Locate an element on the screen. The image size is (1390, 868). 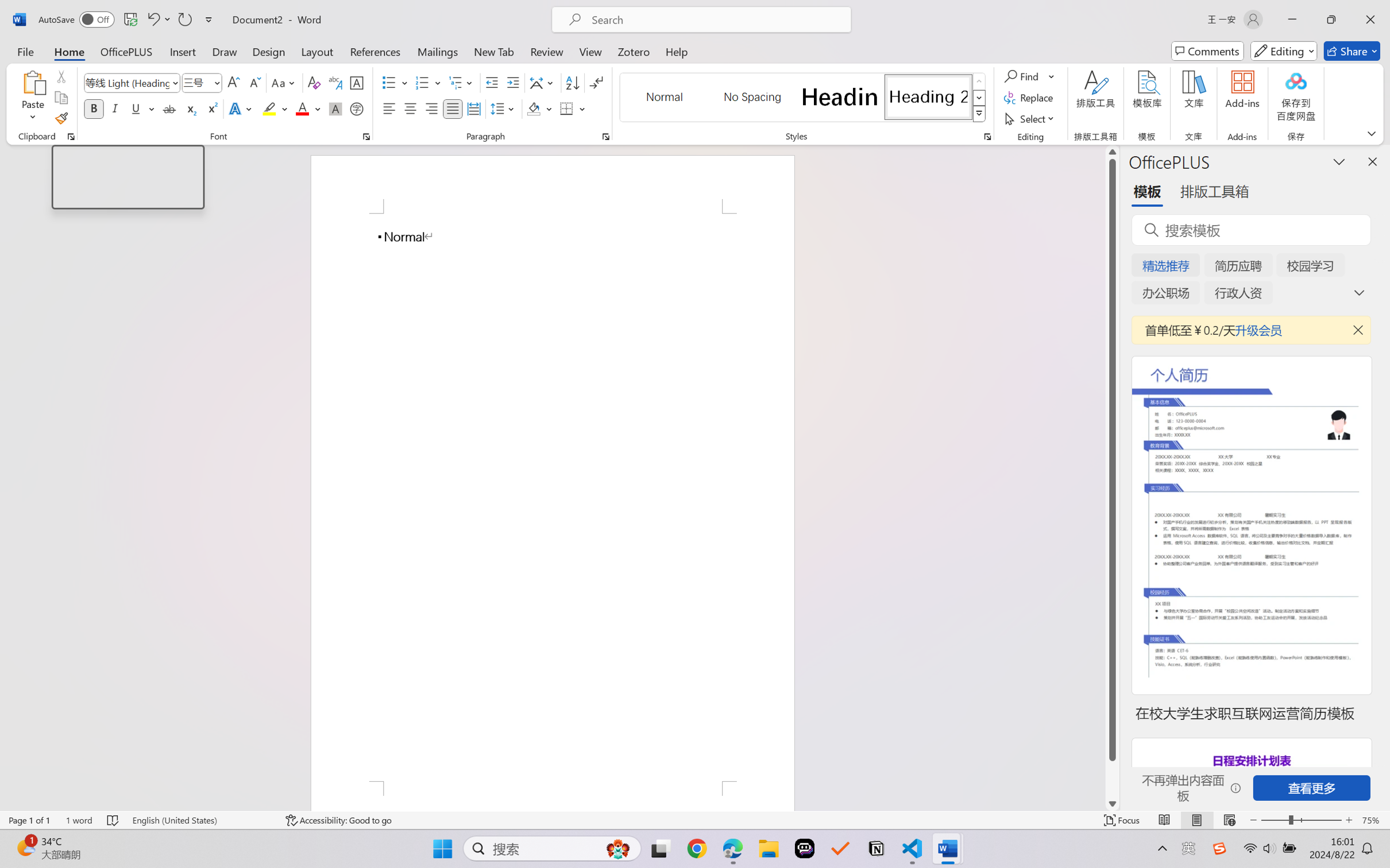
'Zoom In' is located at coordinates (1349, 820).